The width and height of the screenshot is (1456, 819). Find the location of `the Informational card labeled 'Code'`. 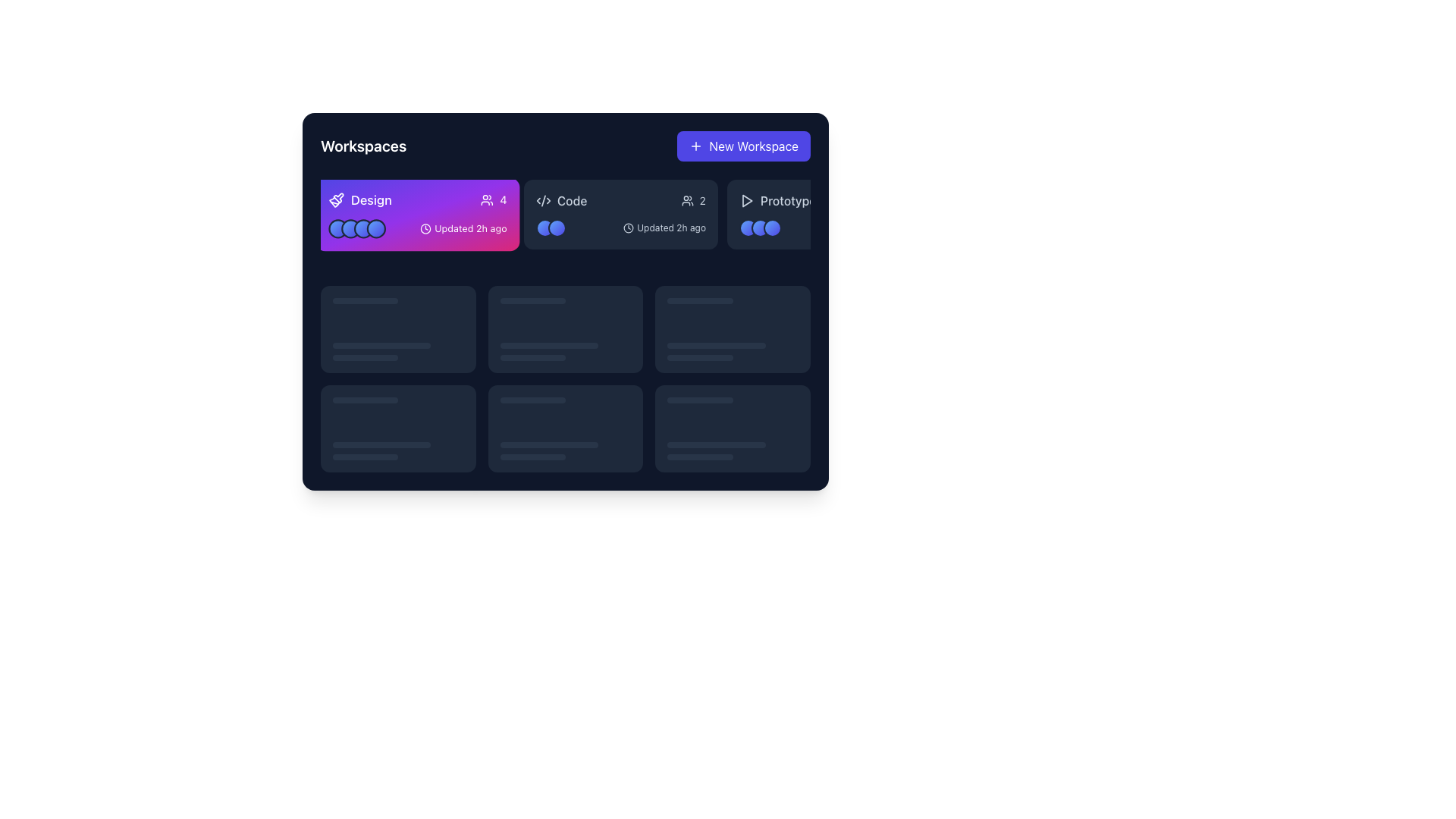

the Informational card labeled 'Code' is located at coordinates (621, 214).